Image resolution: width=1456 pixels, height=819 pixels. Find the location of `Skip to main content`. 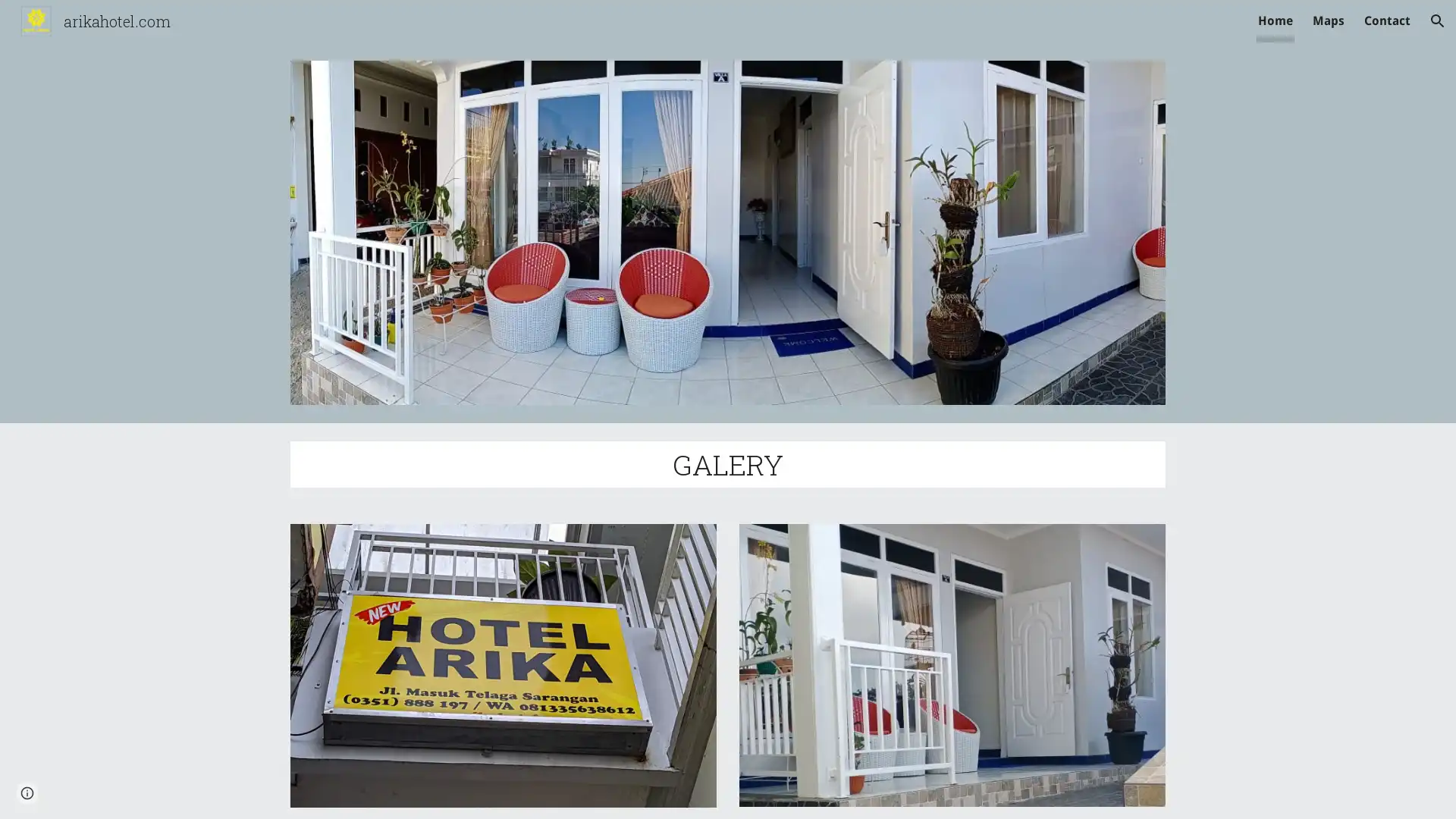

Skip to main content is located at coordinates (597, 28).